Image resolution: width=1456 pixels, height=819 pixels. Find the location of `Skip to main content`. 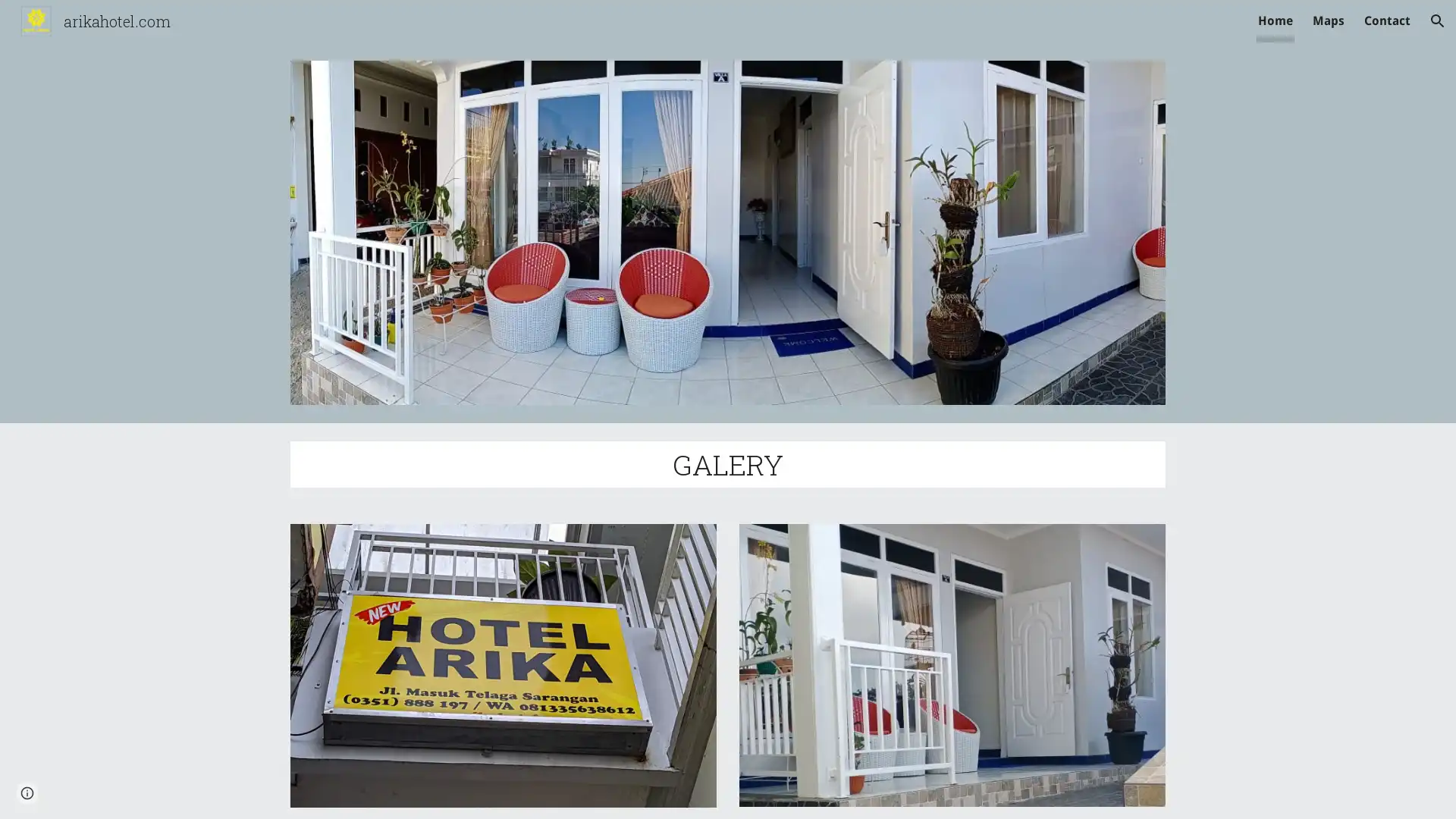

Skip to main content is located at coordinates (597, 28).